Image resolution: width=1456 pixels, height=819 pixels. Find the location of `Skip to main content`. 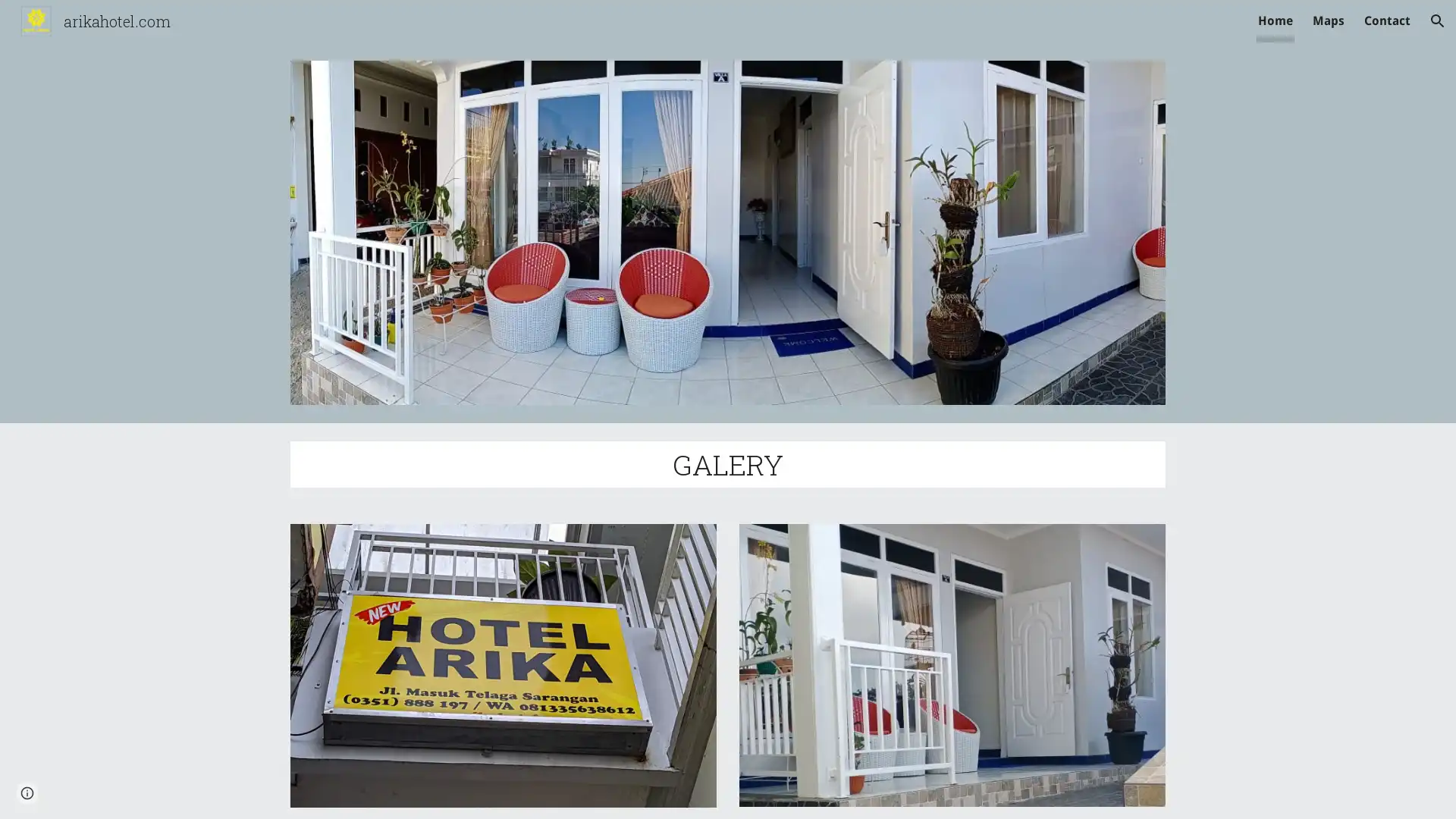

Skip to main content is located at coordinates (597, 28).